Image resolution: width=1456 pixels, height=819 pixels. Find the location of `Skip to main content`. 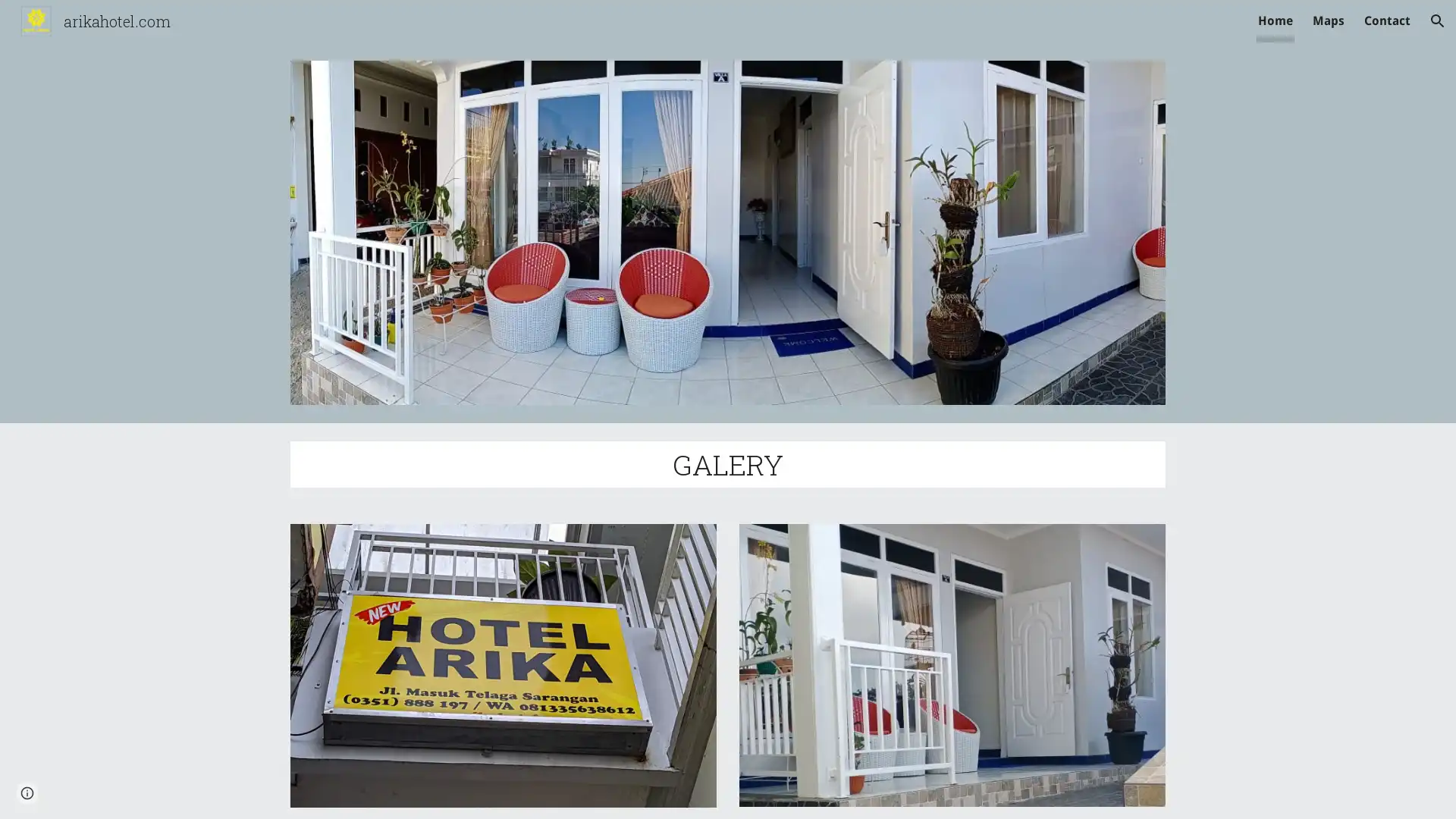

Skip to main content is located at coordinates (597, 28).